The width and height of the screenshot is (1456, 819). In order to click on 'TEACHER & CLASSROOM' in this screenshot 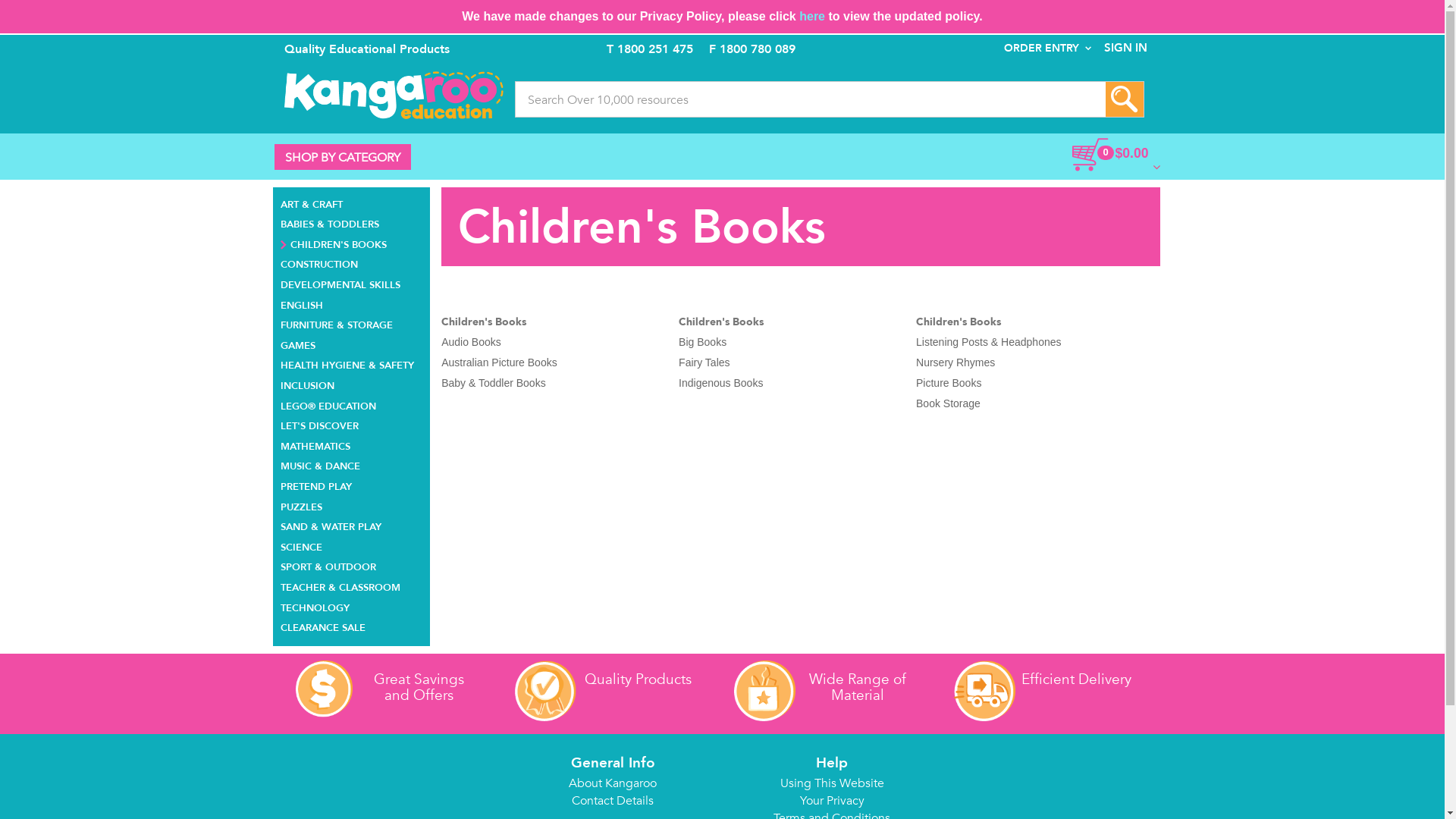, I will do `click(340, 585)`.